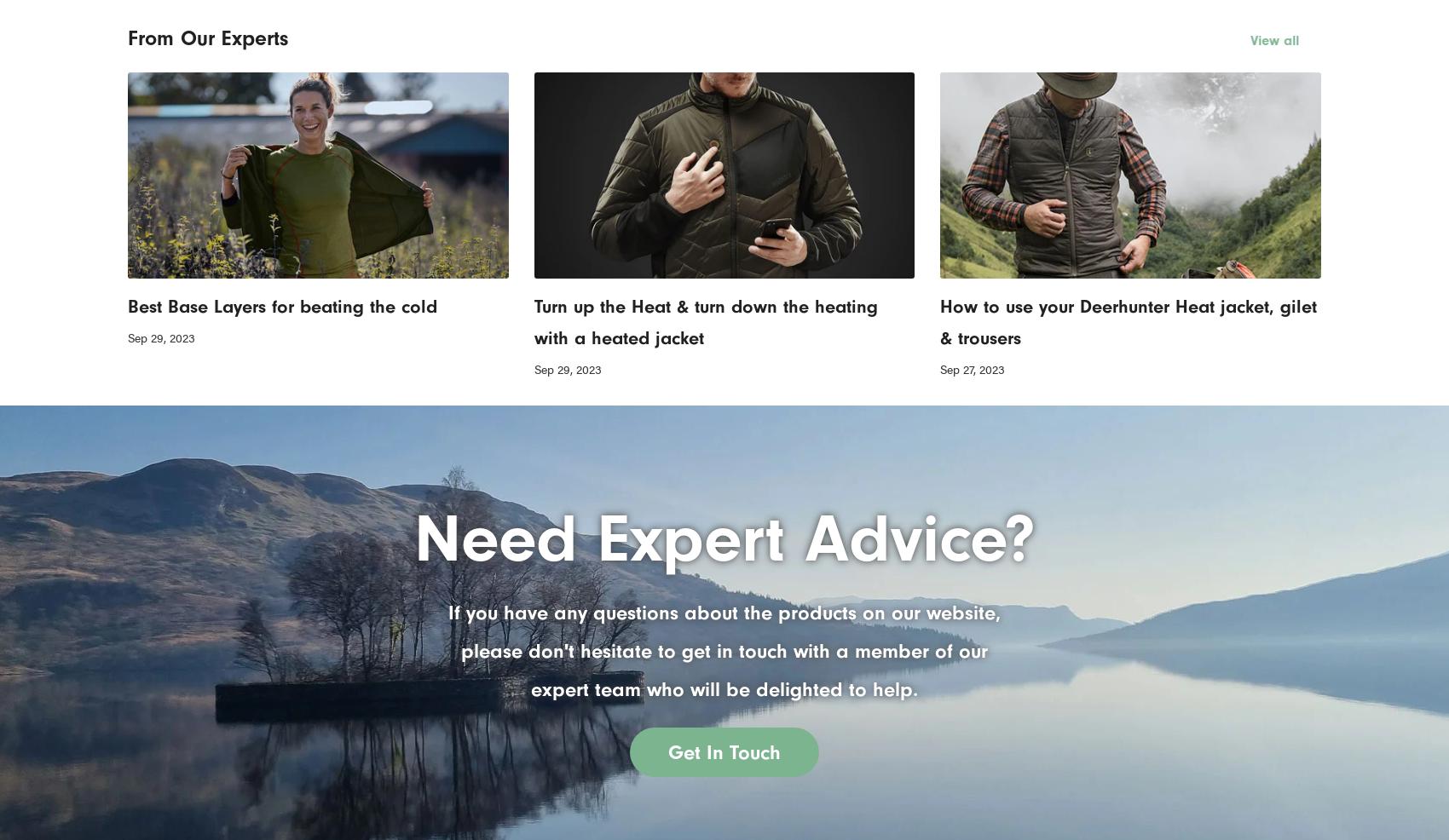 The image size is (1449, 840). Describe the element at coordinates (724, 650) in the screenshot. I see `'If you have any questions about the products on our website, please don't hesitate to get in touch with a member of our expert team who will be delighted to help.'` at that location.